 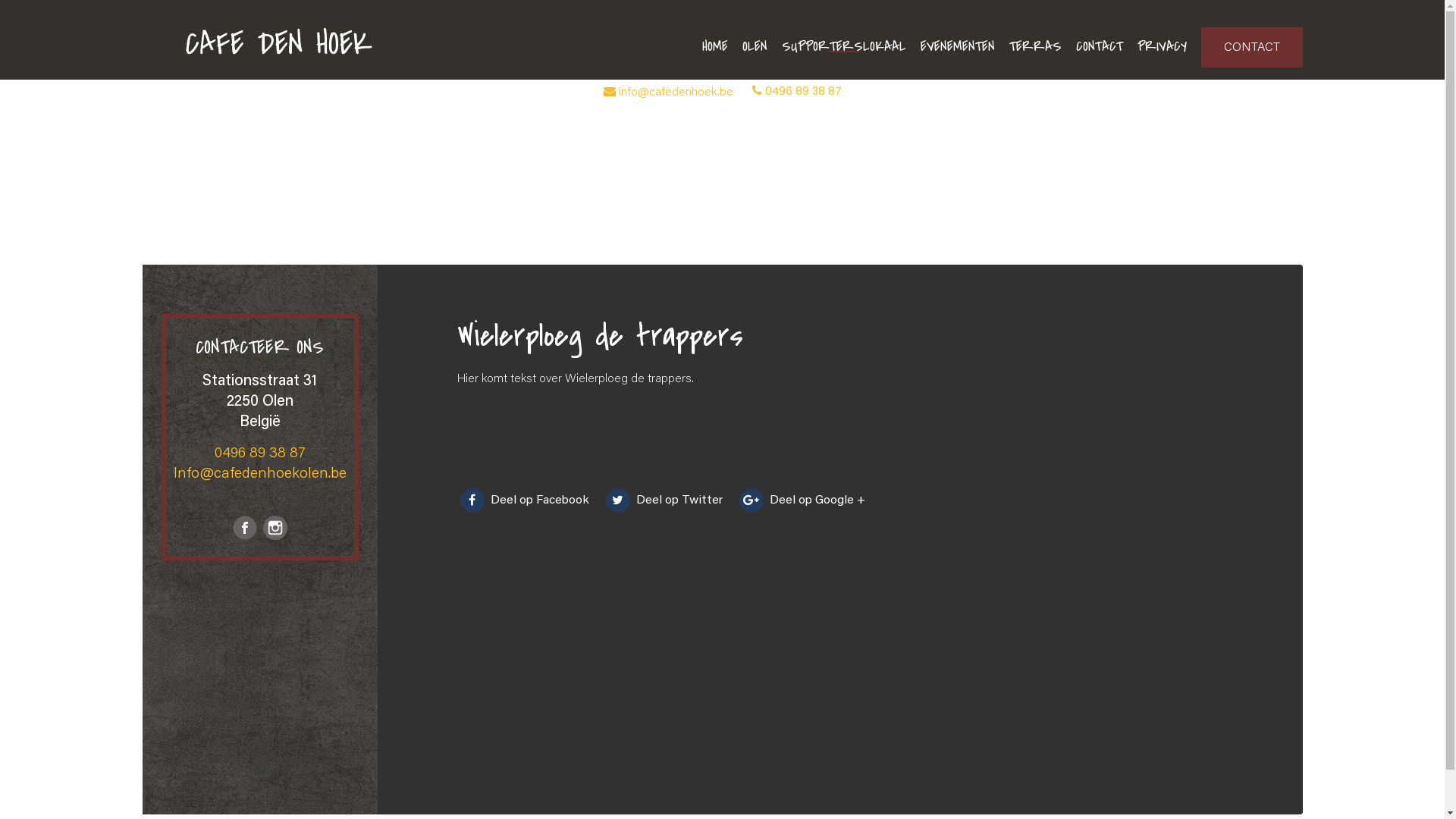 What do you see at coordinates (213, 452) in the screenshot?
I see `'0496 89 38 87'` at bounding box center [213, 452].